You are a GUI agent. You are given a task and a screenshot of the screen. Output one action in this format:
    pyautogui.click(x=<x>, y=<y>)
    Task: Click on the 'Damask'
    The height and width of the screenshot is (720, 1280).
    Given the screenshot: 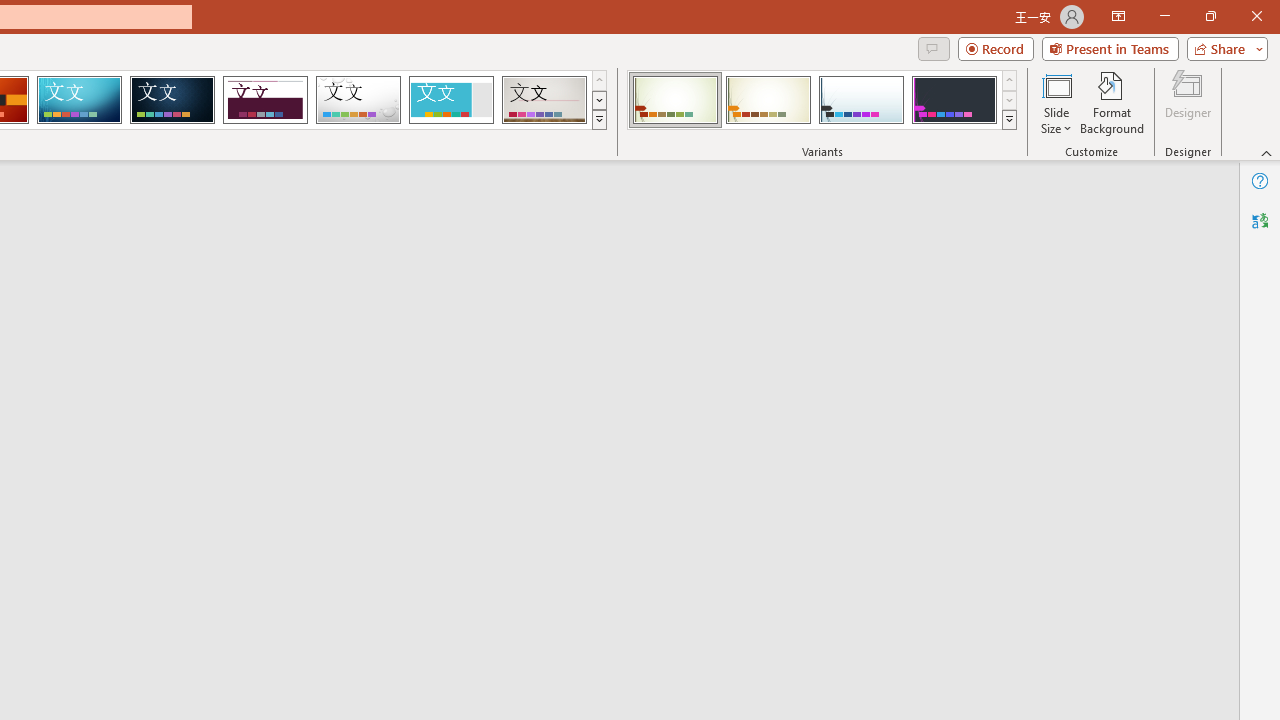 What is the action you would take?
    pyautogui.click(x=172, y=100)
    